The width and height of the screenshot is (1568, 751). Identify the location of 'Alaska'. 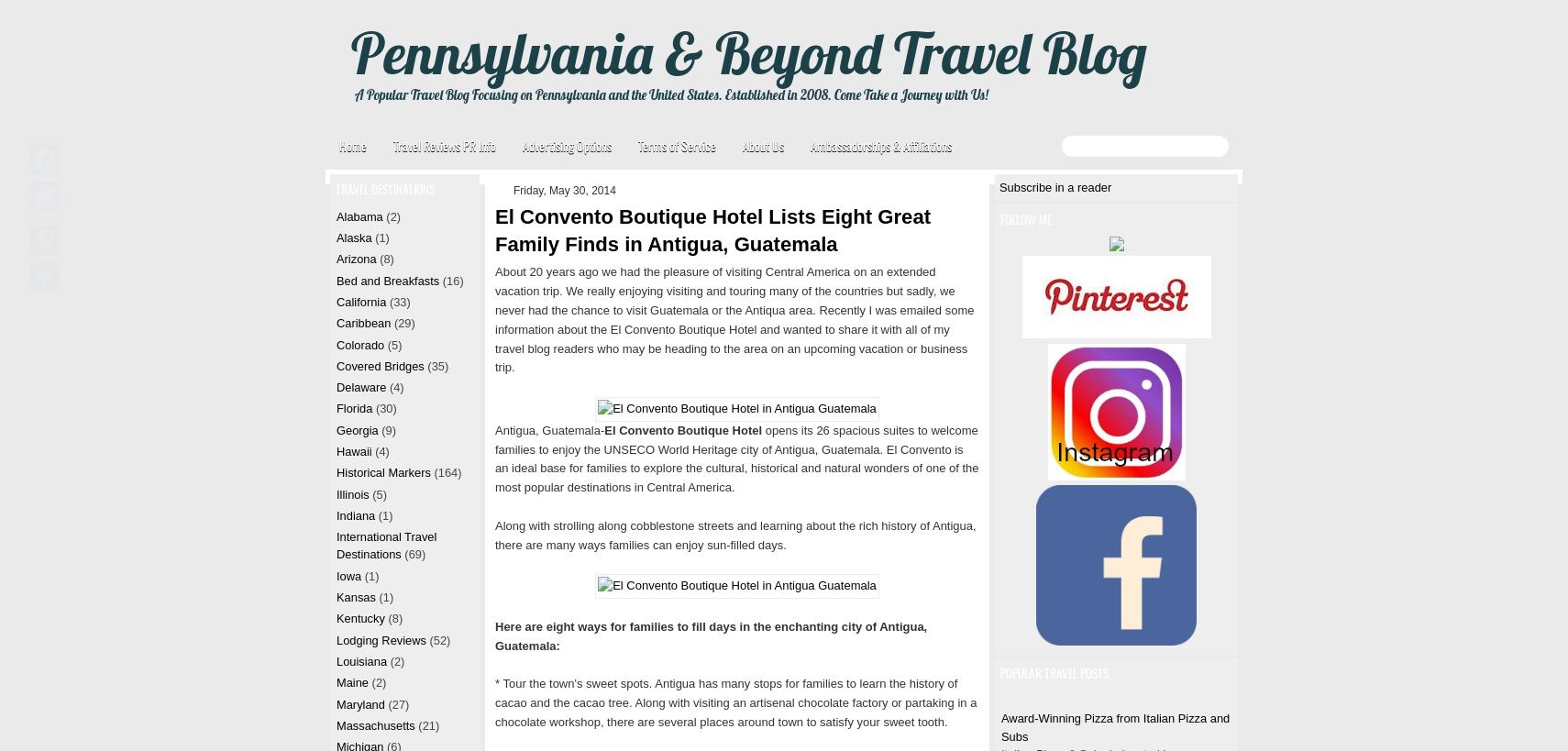
(352, 237).